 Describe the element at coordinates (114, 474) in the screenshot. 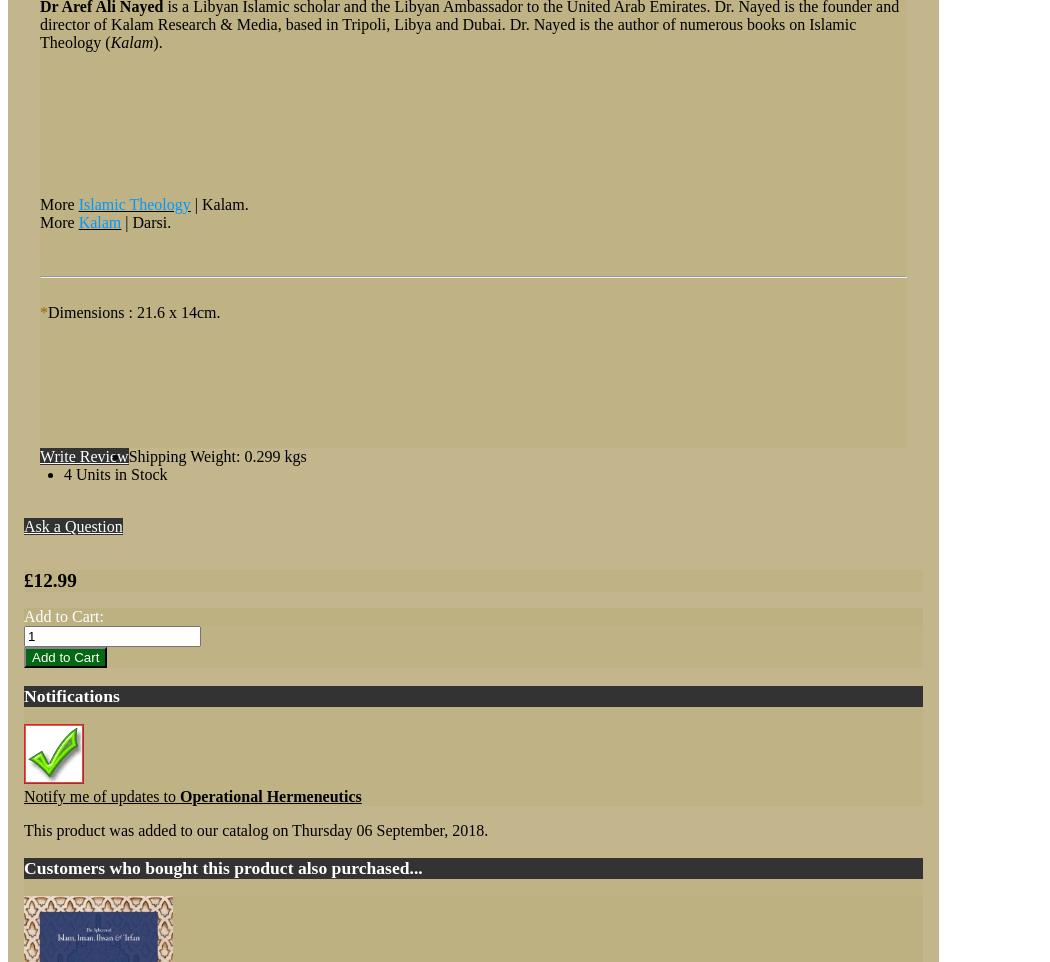

I see `'4 Units in Stock'` at that location.